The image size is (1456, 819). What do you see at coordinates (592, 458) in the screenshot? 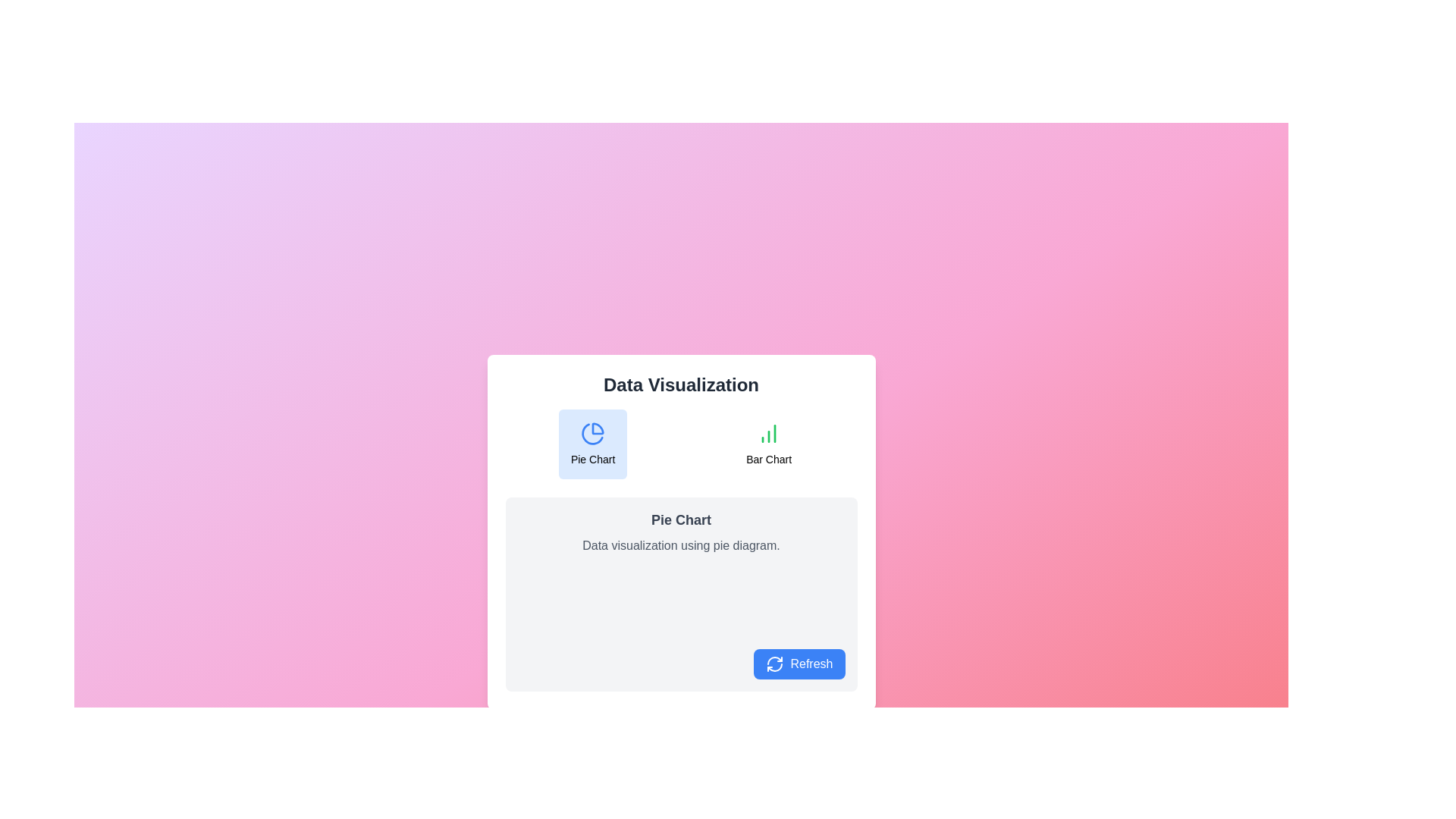
I see `text label that describes the purpose of the pie chart icon located beneath it in the left card of the 'Data Visualization' section` at bounding box center [592, 458].